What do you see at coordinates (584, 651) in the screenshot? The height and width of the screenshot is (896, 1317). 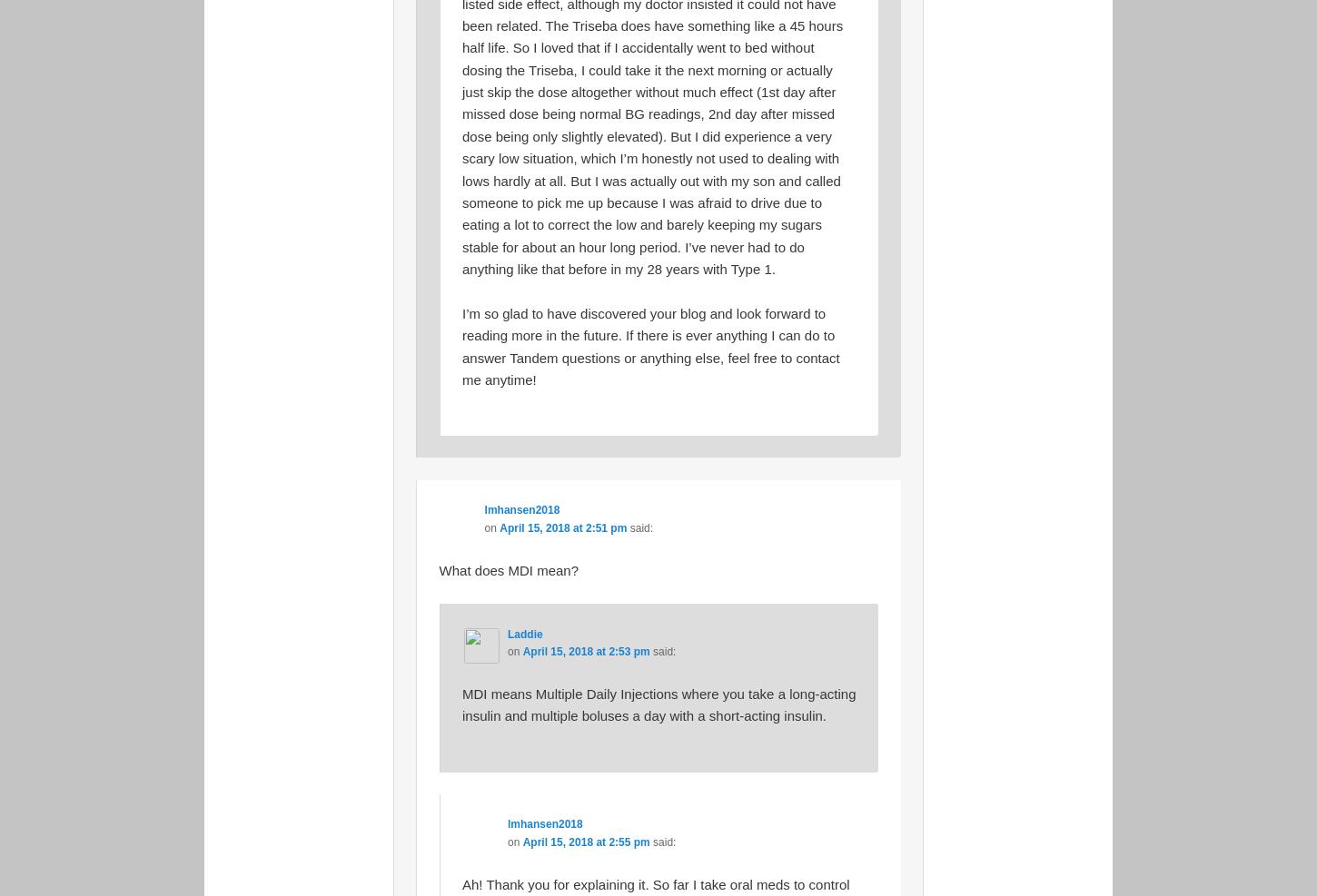 I see `'April 15, 2018 at 2:53 pm'` at bounding box center [584, 651].